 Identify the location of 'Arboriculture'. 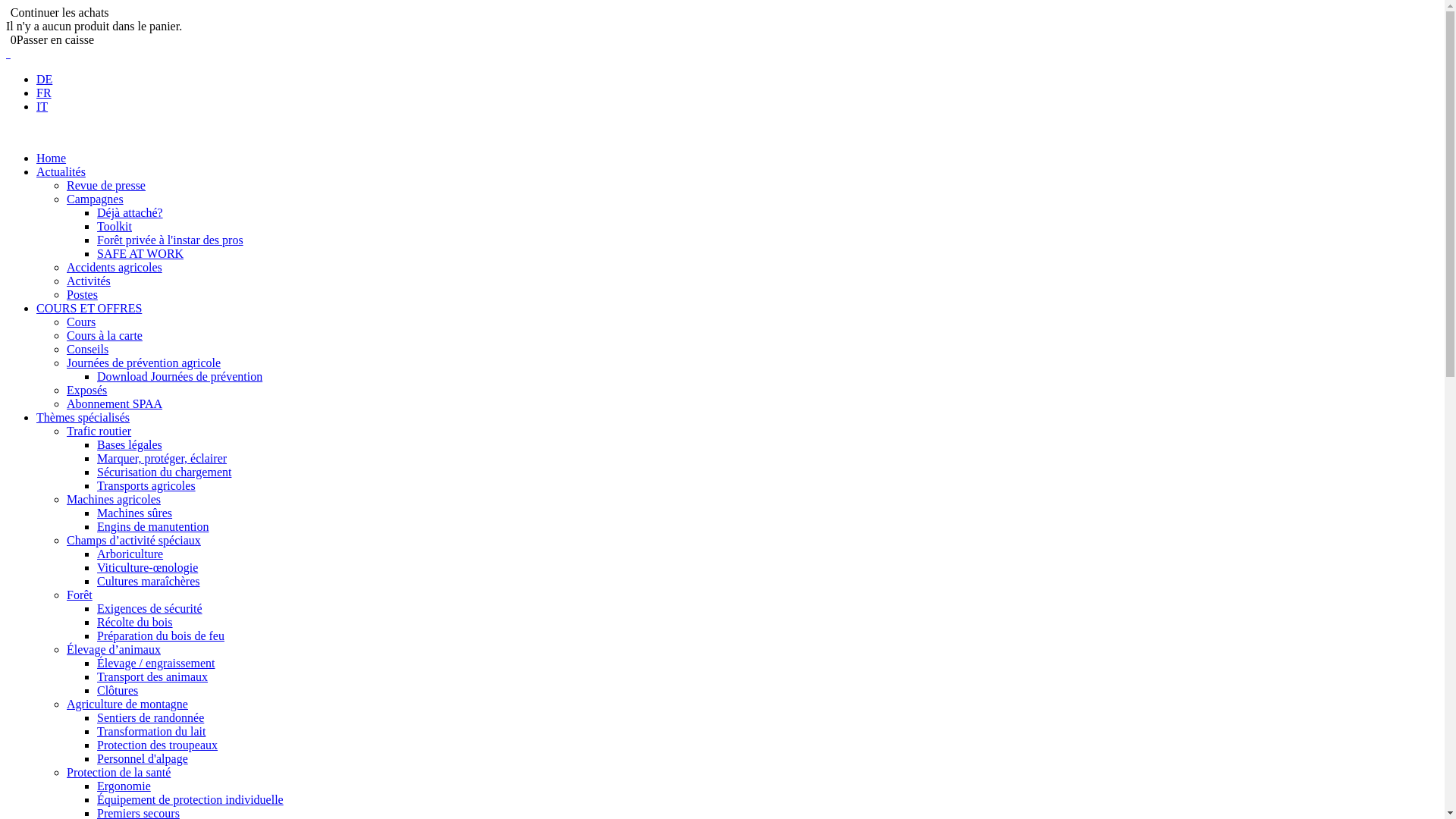
(96, 554).